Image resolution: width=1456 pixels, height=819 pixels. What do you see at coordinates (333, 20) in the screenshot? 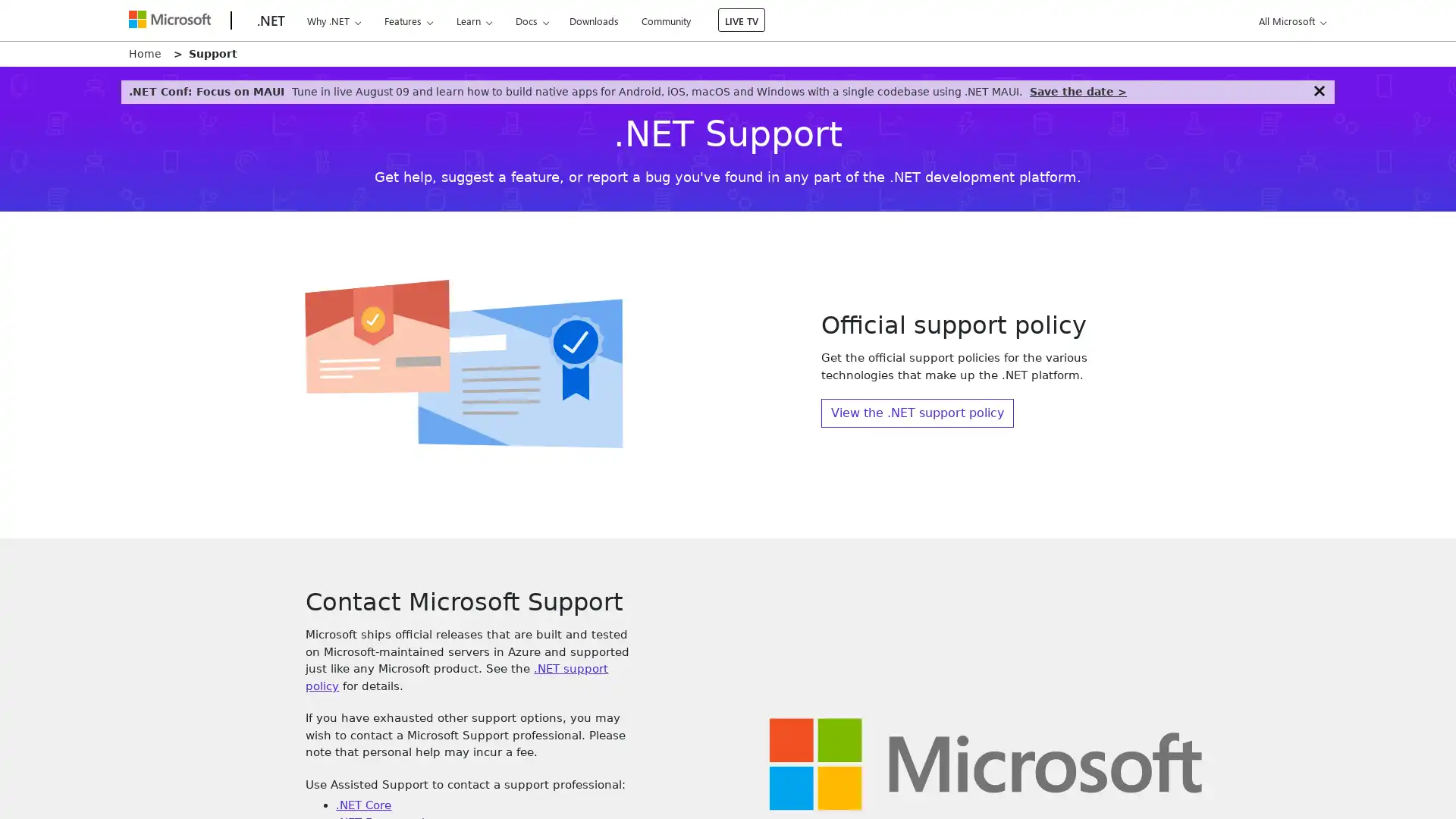
I see `Why .NET` at bounding box center [333, 20].